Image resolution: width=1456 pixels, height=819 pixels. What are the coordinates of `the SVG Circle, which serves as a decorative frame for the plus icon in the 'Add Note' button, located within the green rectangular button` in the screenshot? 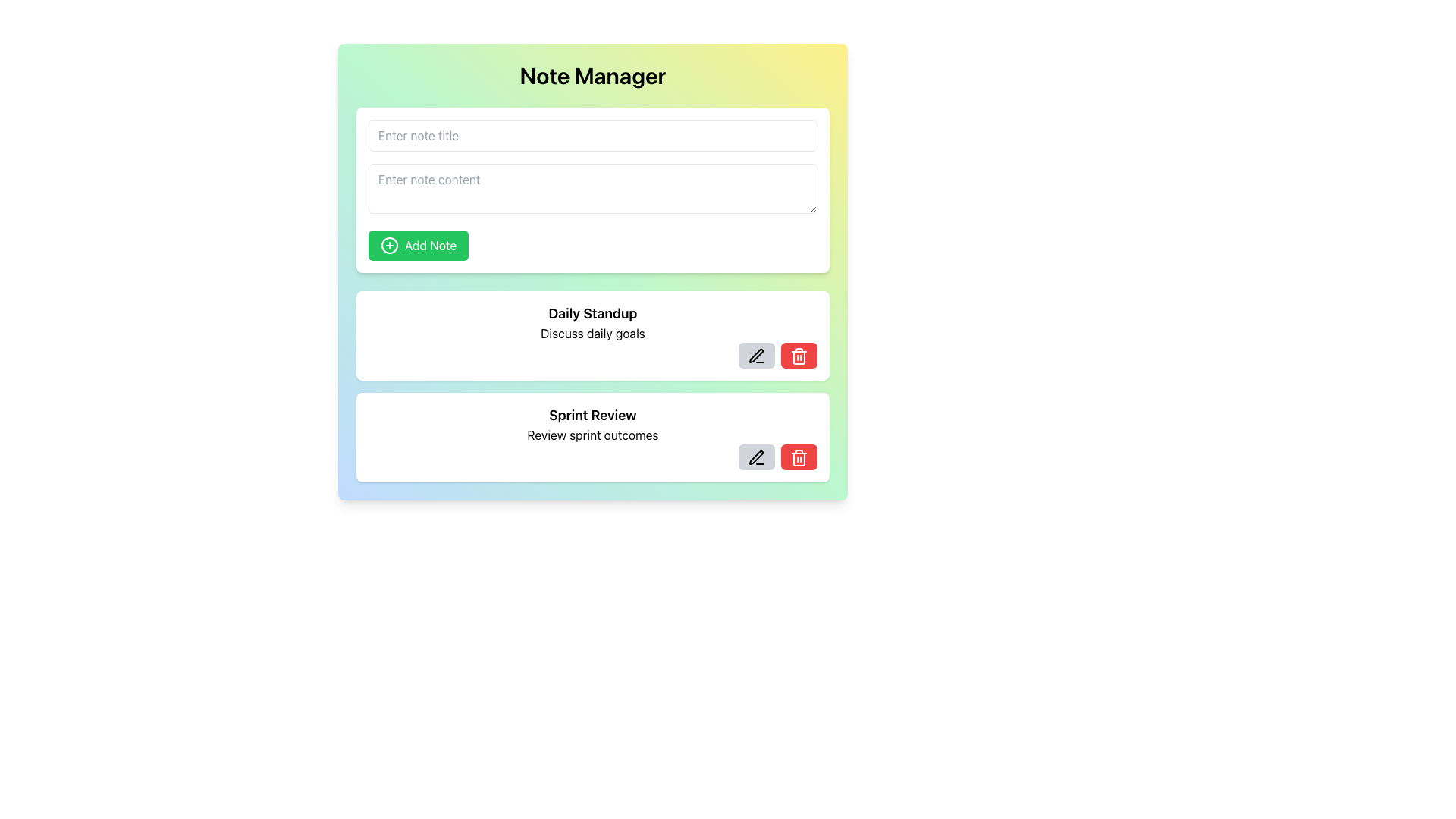 It's located at (389, 245).